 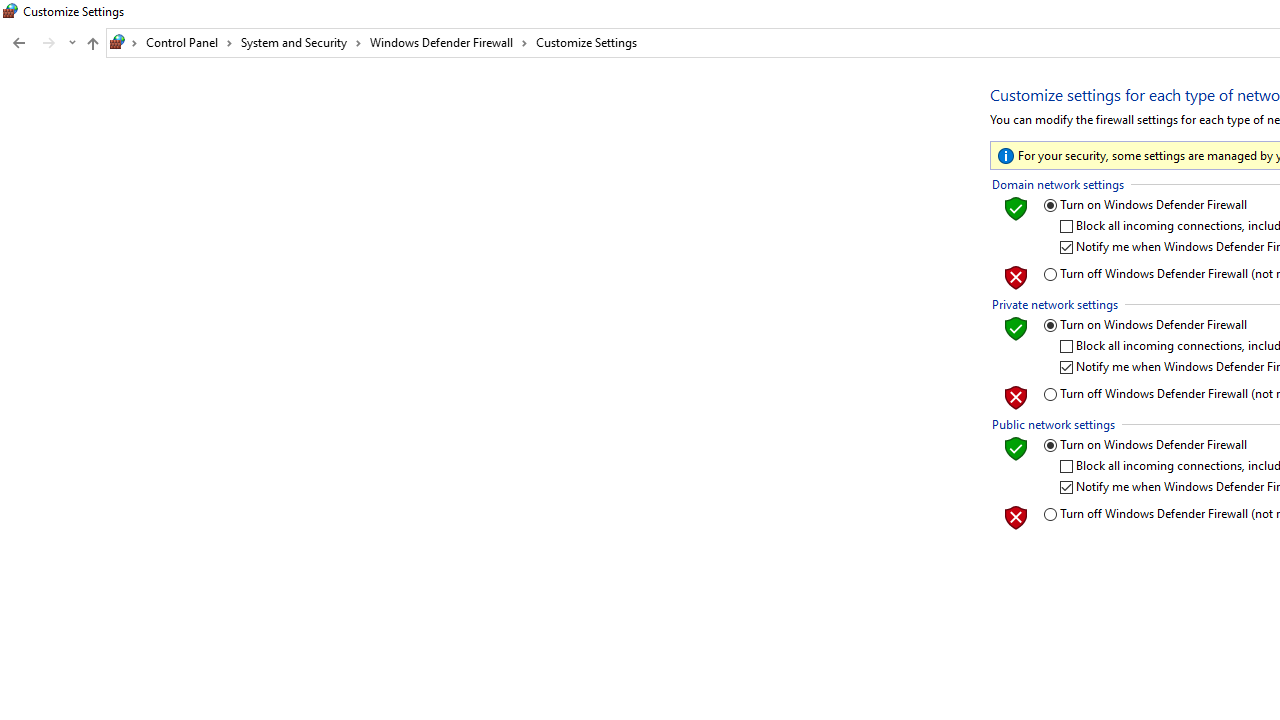 What do you see at coordinates (91, 45) in the screenshot?
I see `'Up band toolbar'` at bounding box center [91, 45].